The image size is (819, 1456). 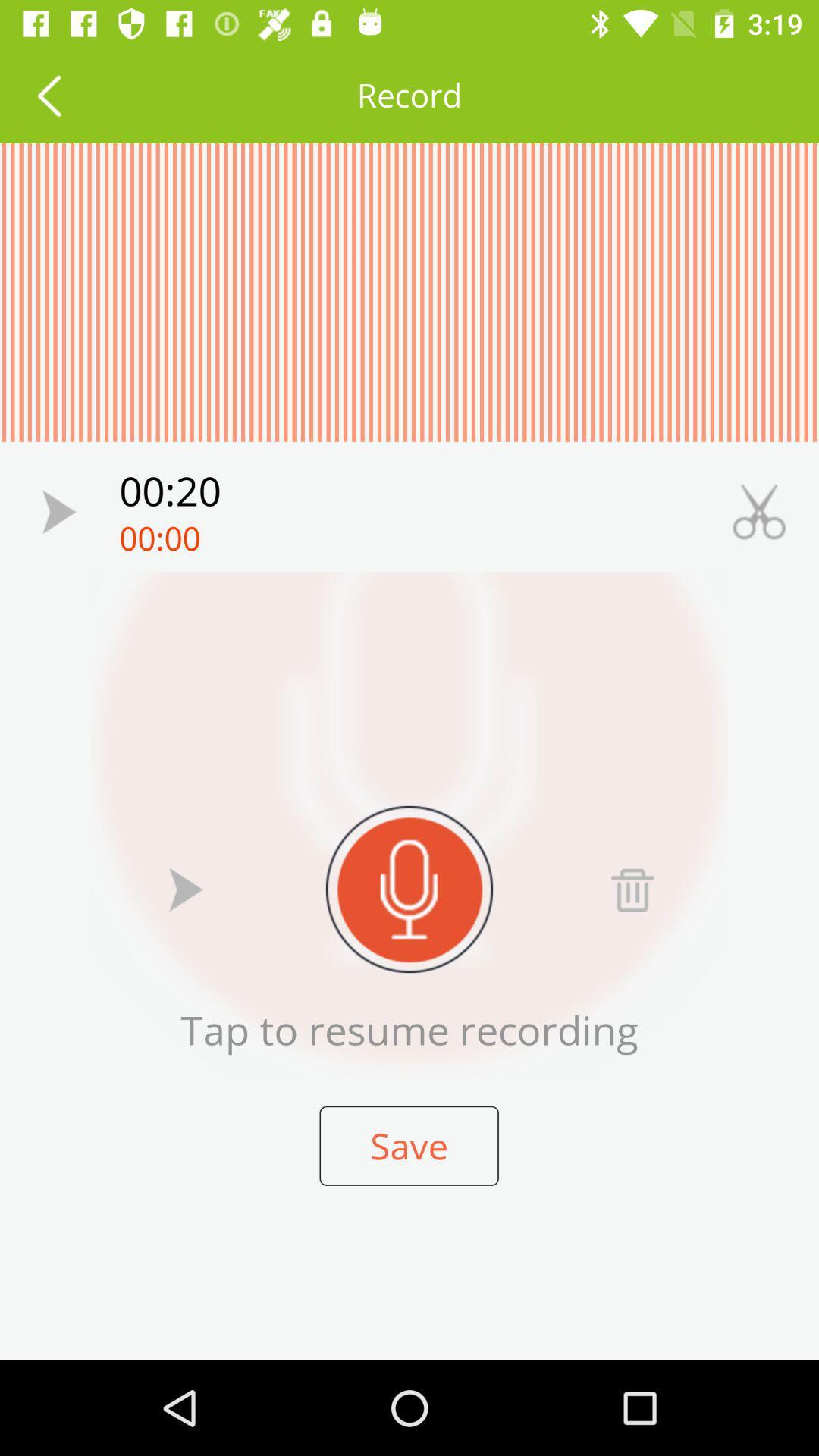 I want to click on the item above the tap to resume, so click(x=409, y=889).